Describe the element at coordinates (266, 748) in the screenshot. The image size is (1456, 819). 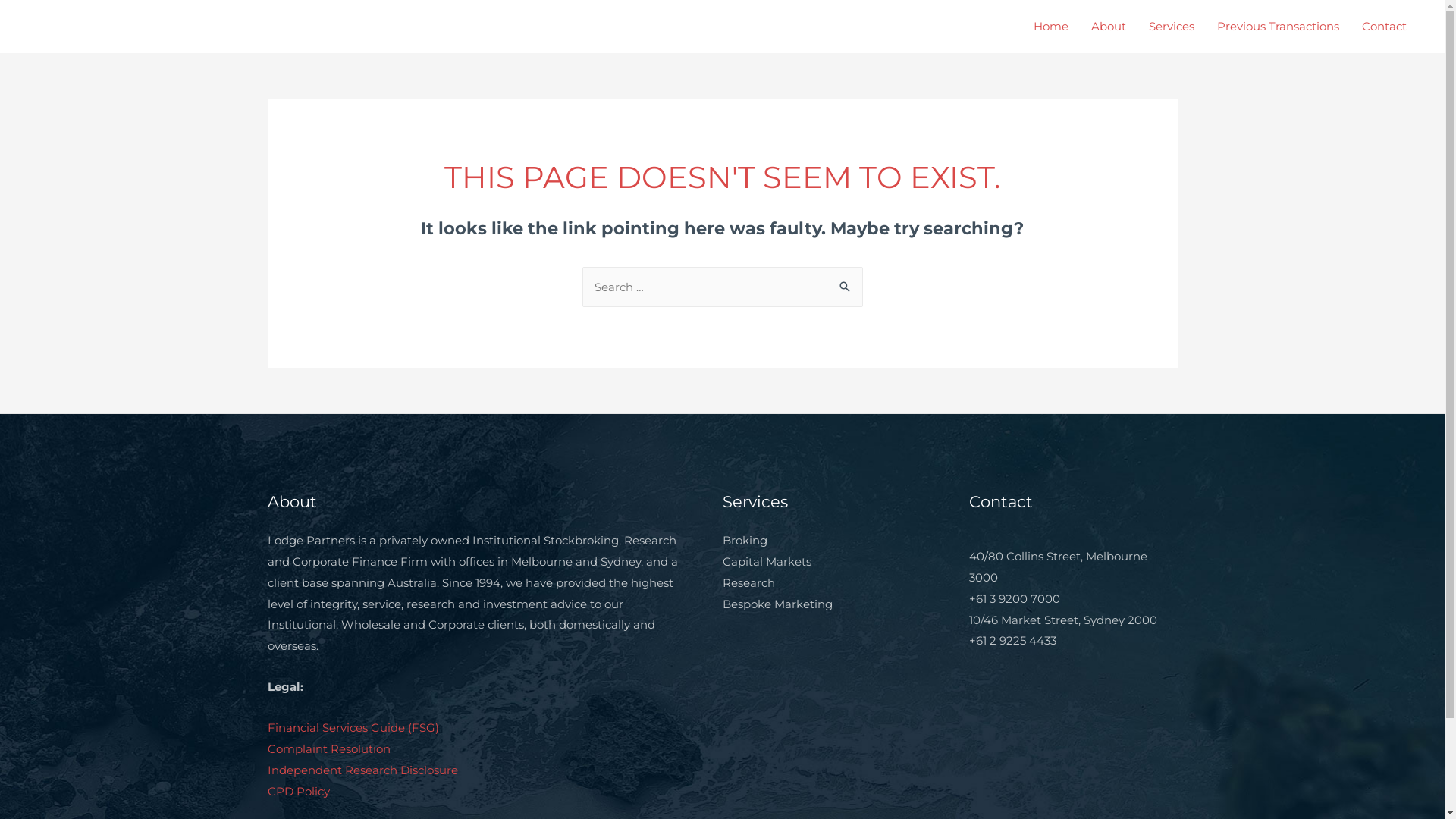
I see `'Complaint Resolution'` at that location.